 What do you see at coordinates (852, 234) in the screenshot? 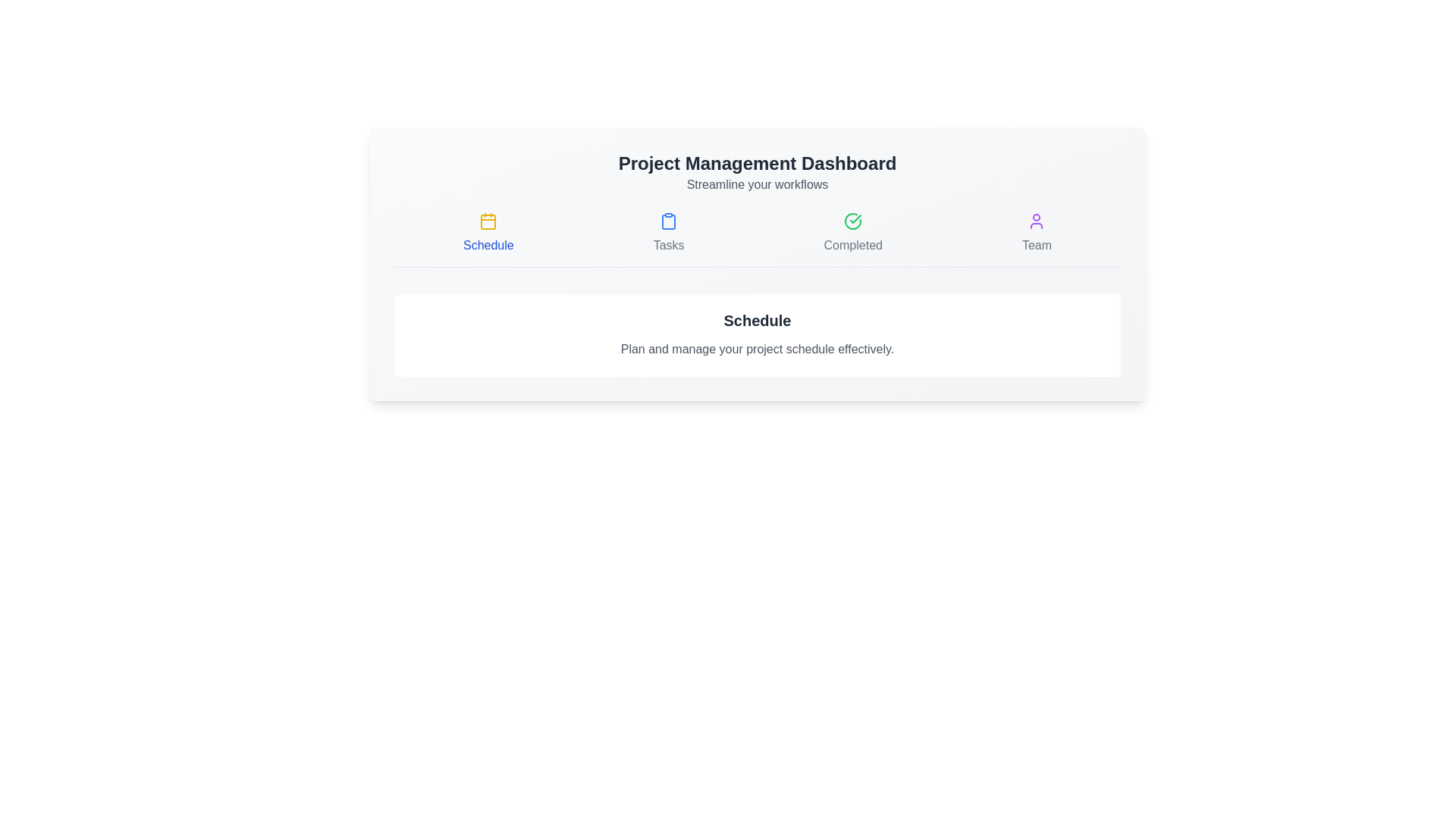
I see `the interactive element labeled 'Completed' to observe its hover effect` at bounding box center [852, 234].